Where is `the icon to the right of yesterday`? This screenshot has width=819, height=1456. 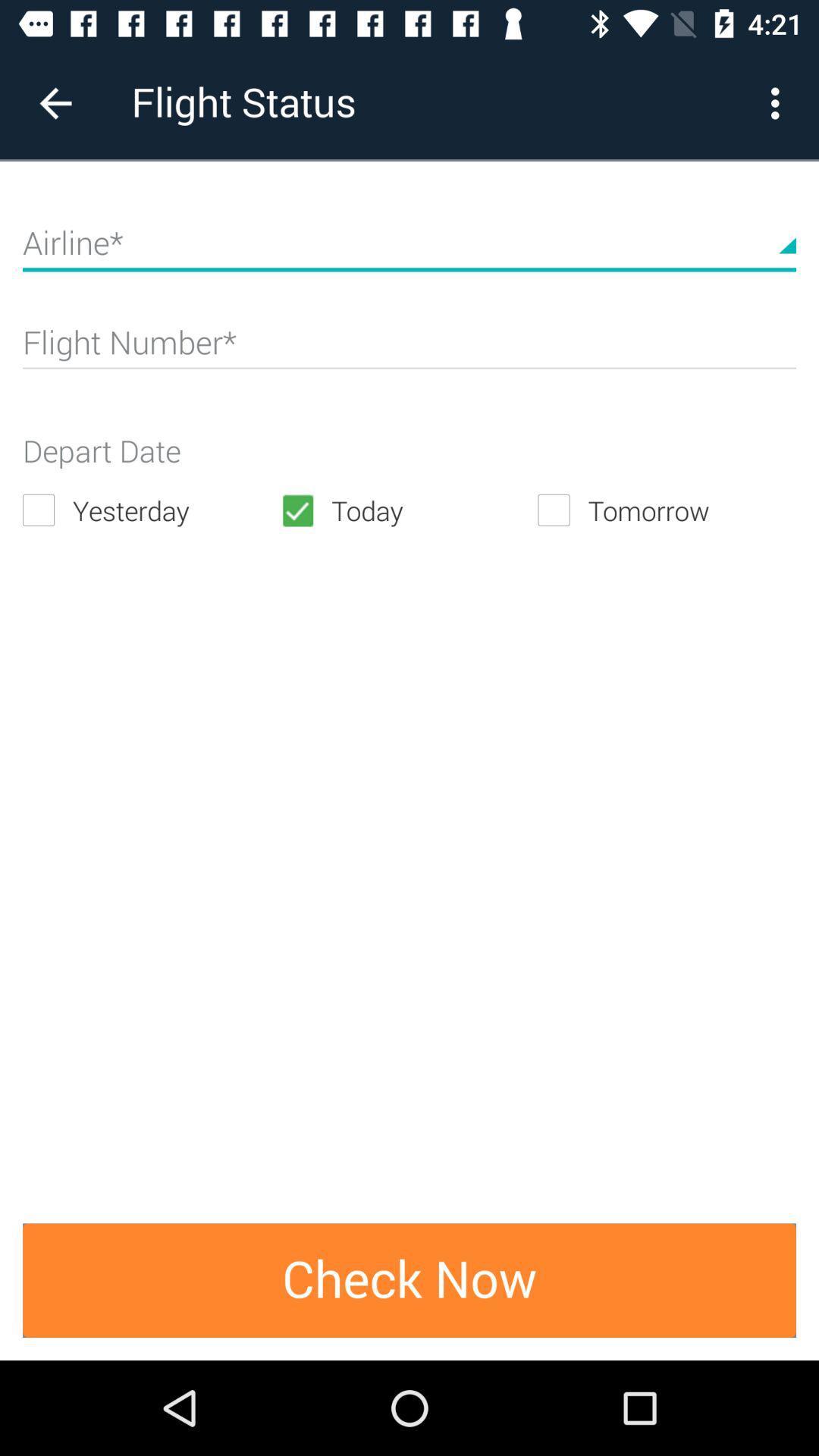 the icon to the right of yesterday is located at coordinates (408, 510).